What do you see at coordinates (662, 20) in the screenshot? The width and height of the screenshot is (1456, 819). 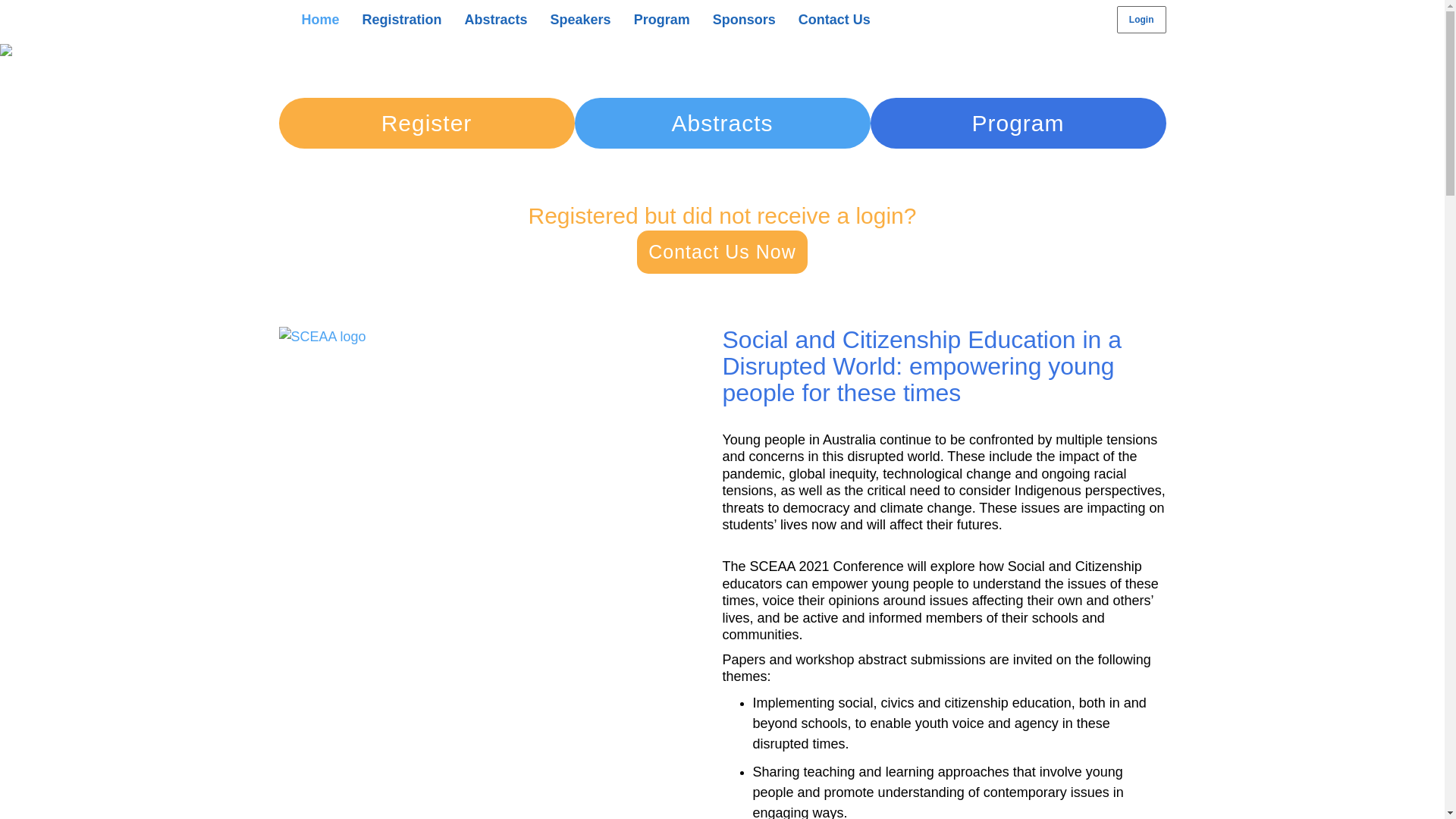 I see `'Program'` at bounding box center [662, 20].